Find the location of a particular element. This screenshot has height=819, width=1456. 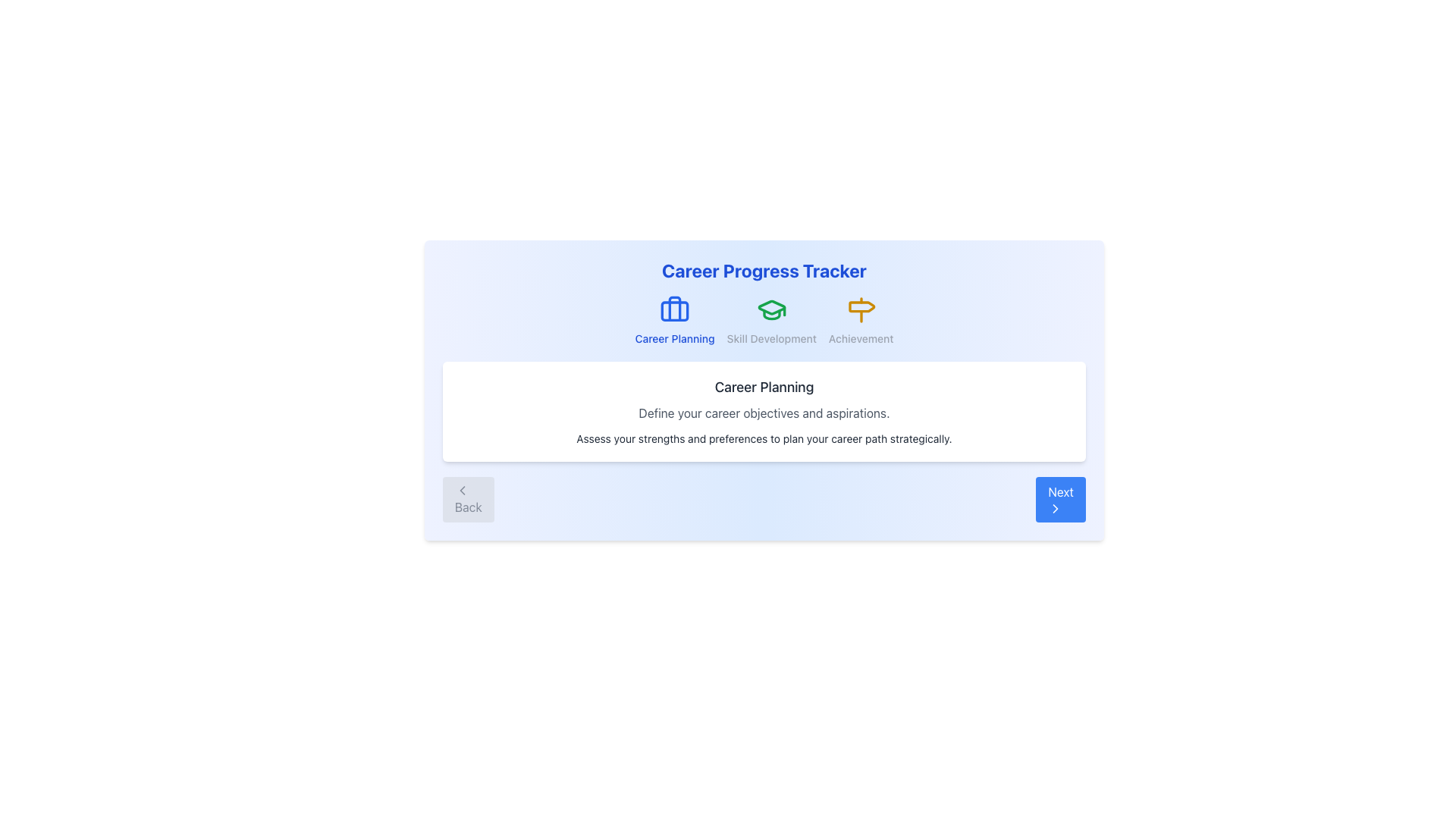

the milestone marker icon in orange, which is the central component of the 'Achievement' icon in the 'Career Progress Tracker' section is located at coordinates (861, 306).